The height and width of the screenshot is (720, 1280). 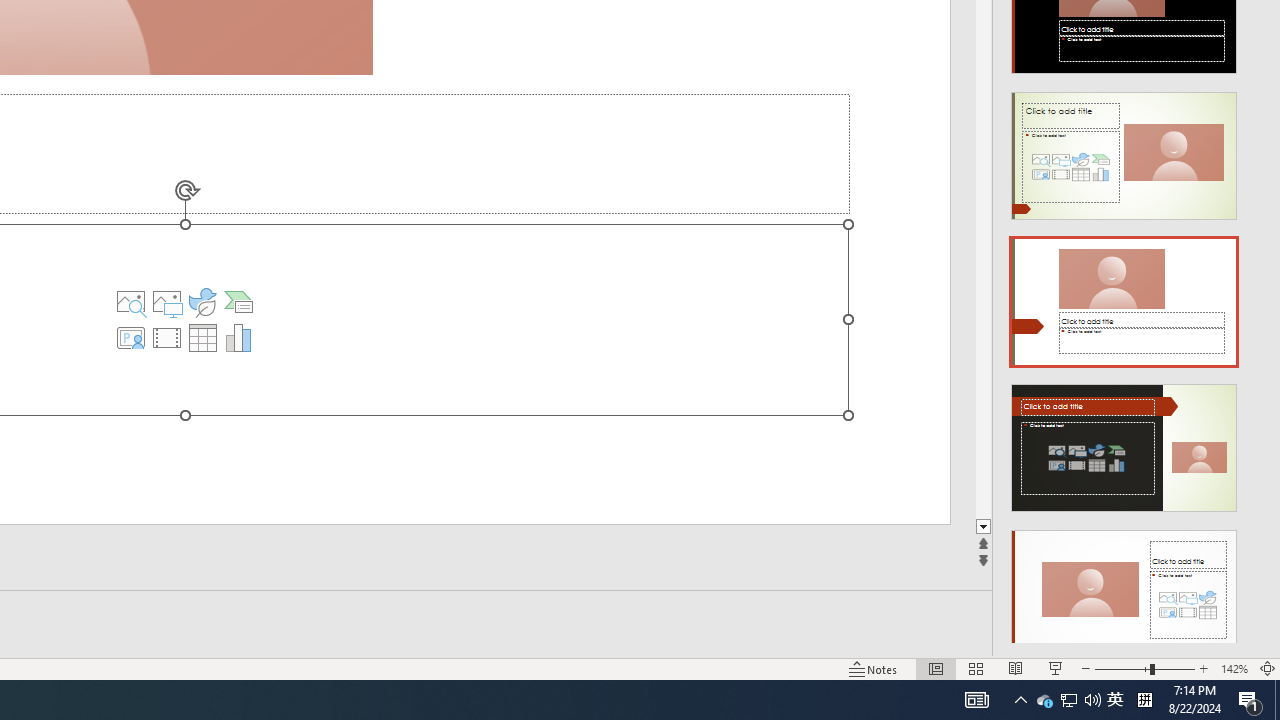 I want to click on 'Insert Chart', so click(x=238, y=337).